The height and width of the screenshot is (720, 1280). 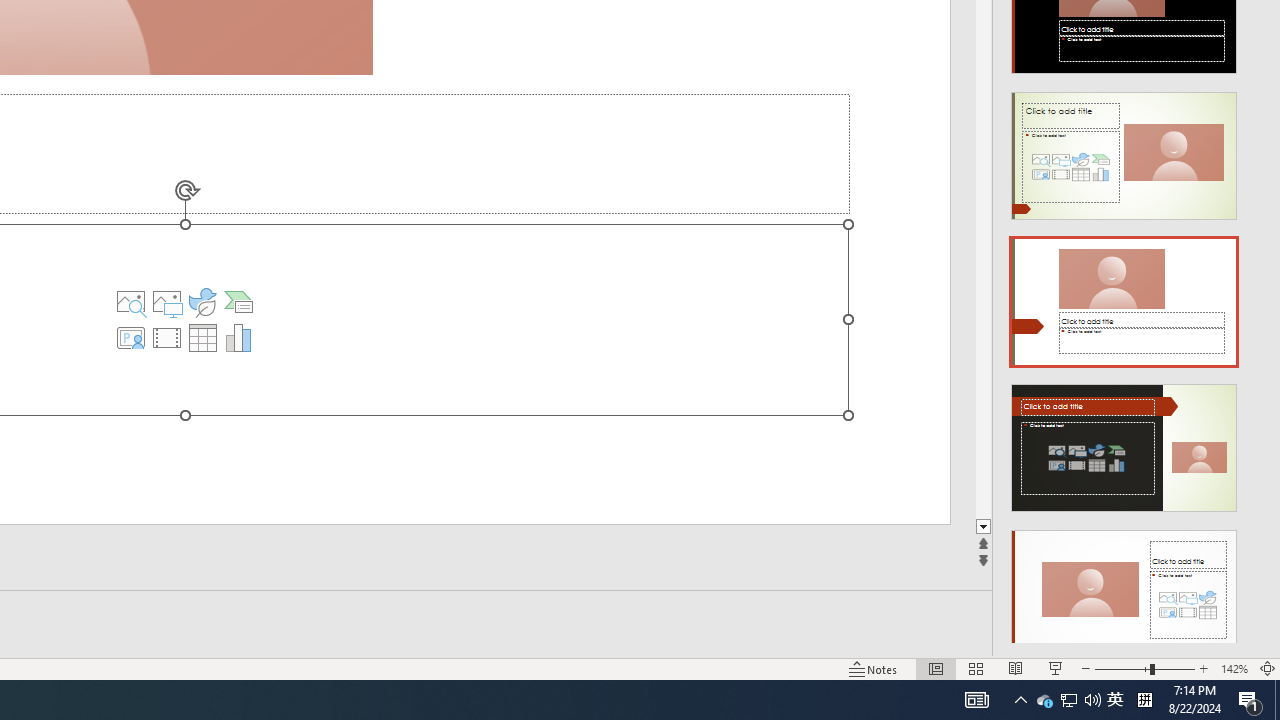 I want to click on 'Insert Chart', so click(x=238, y=337).